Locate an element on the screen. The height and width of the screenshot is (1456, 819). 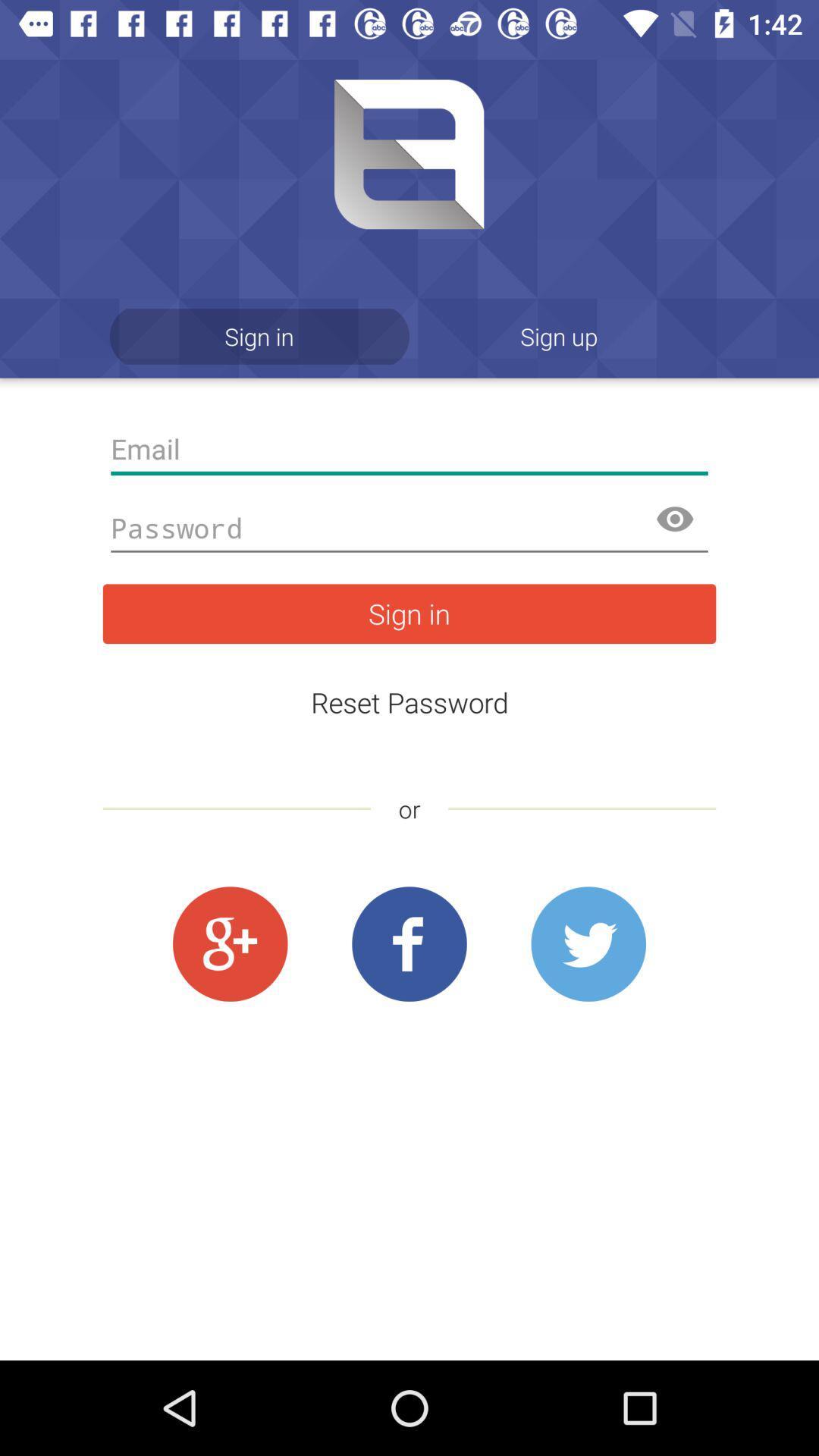
email address is located at coordinates (409, 448).